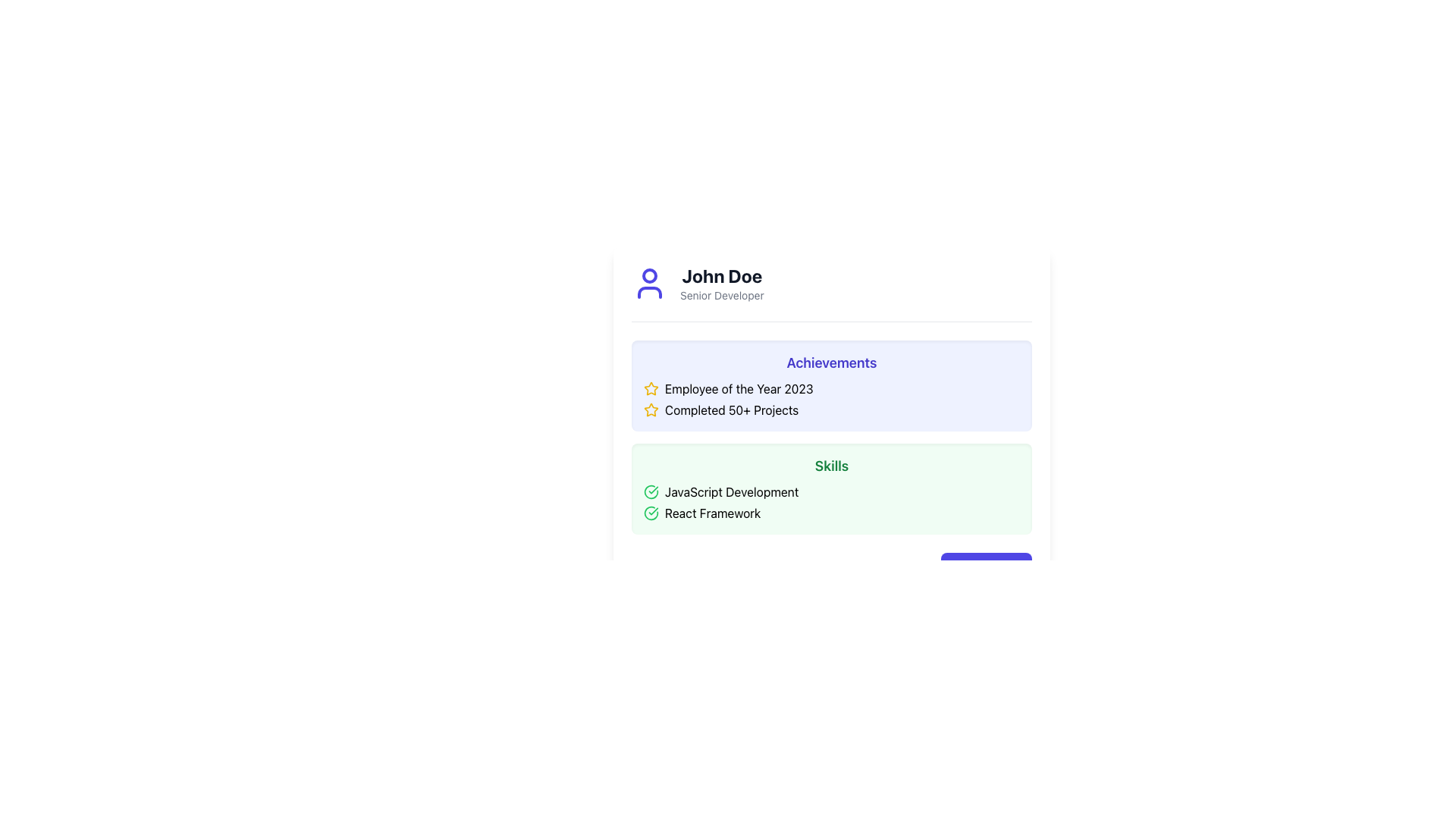 The height and width of the screenshot is (819, 1456). What do you see at coordinates (720, 275) in the screenshot?
I see `the text 'John Doe', which is displayed in a bold, large font style, dark gray color on a white background, positioned above the text 'Senior Developer'` at bounding box center [720, 275].